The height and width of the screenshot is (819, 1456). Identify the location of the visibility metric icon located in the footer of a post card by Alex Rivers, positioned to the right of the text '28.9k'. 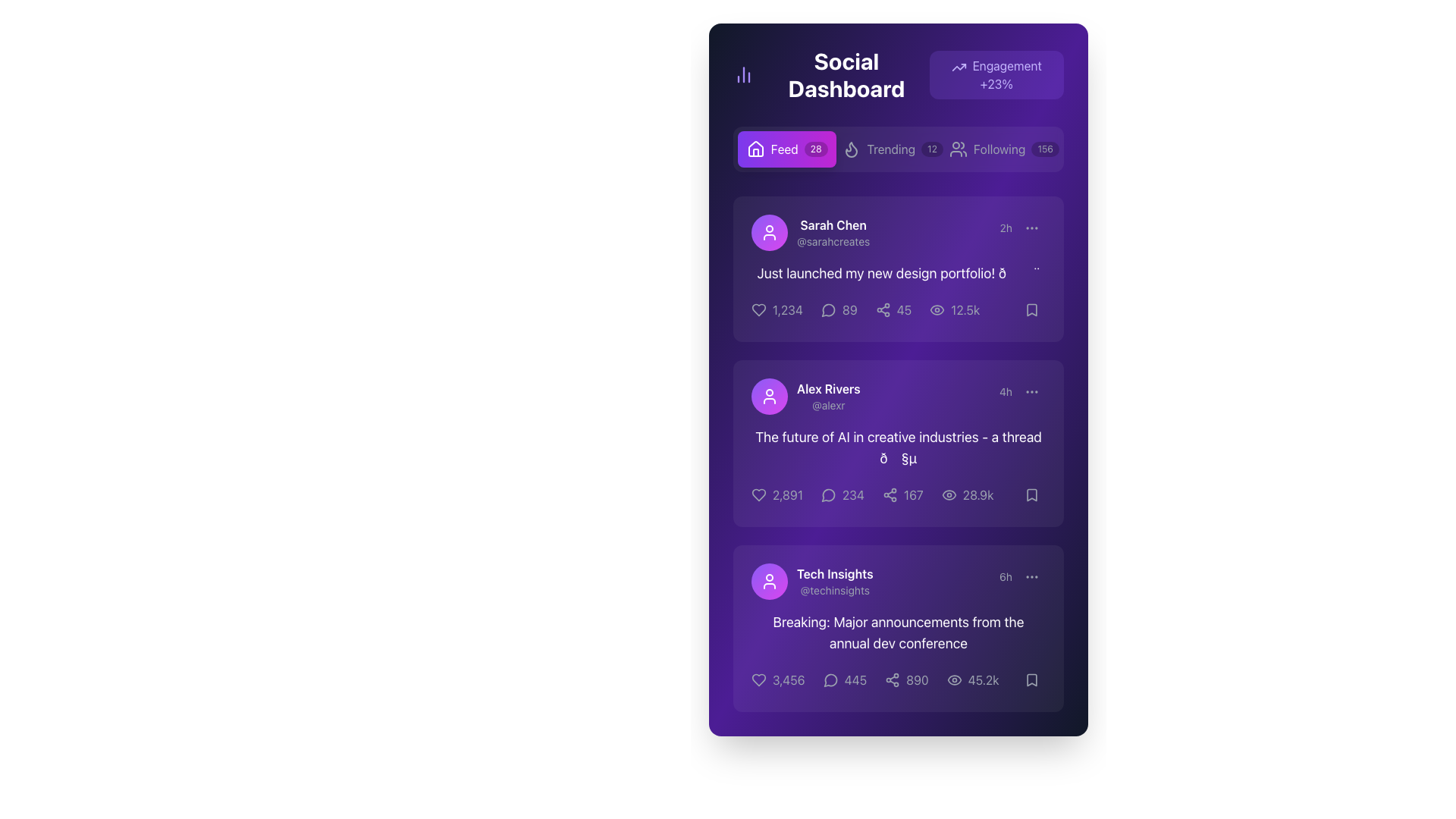
(948, 494).